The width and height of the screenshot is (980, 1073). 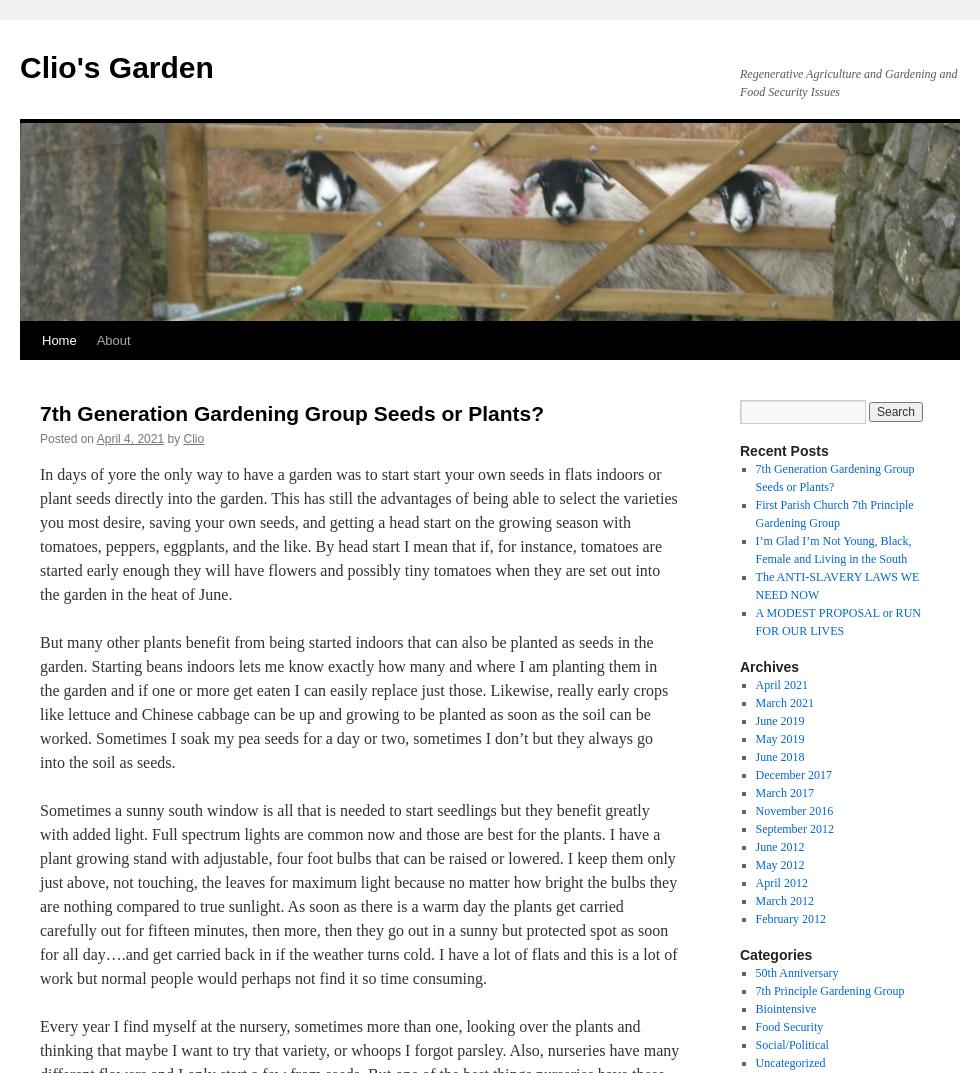 I want to click on 'December 2017', so click(x=793, y=774).